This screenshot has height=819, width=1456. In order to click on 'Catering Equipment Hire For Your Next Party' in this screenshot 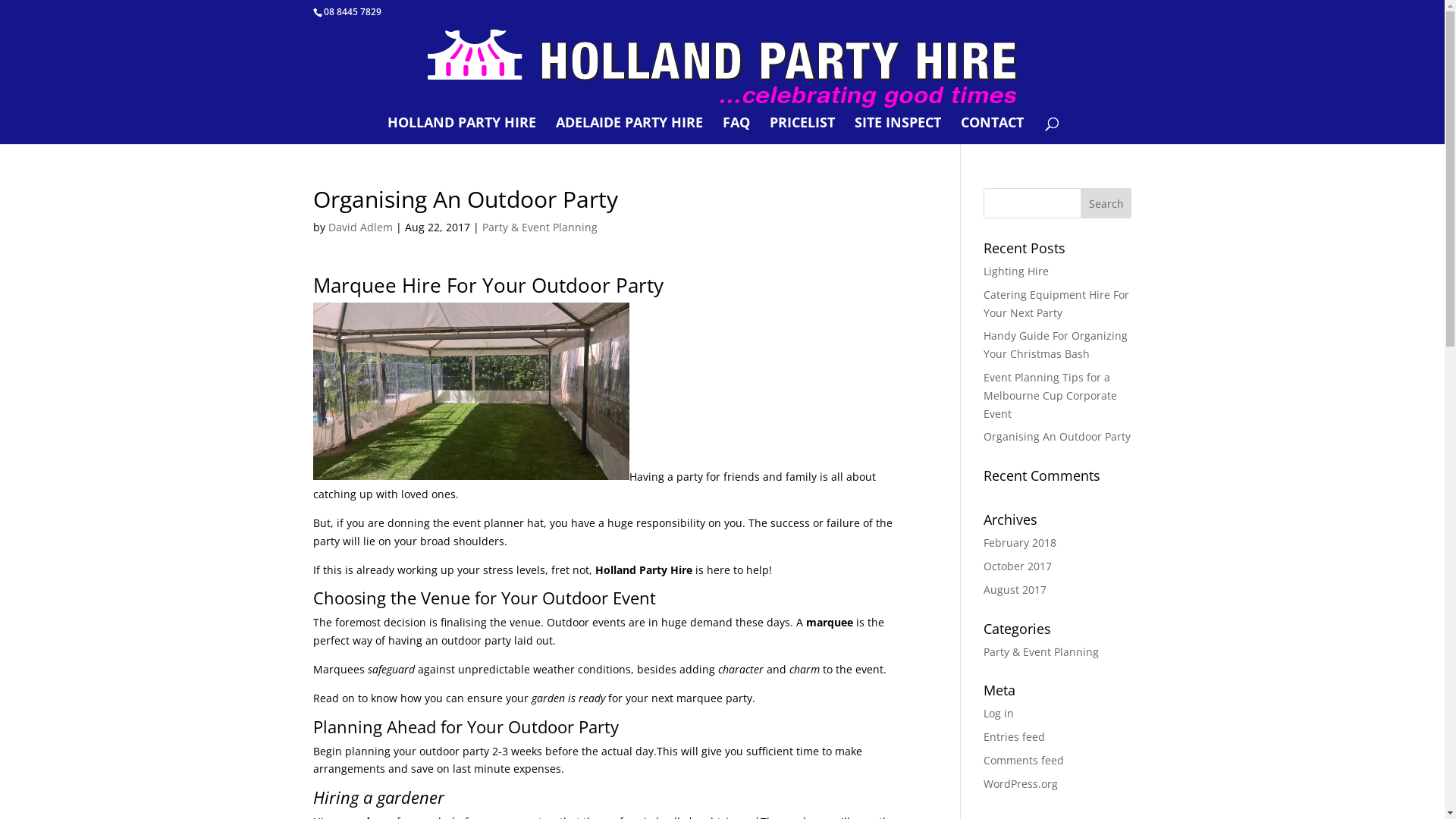, I will do `click(983, 303)`.